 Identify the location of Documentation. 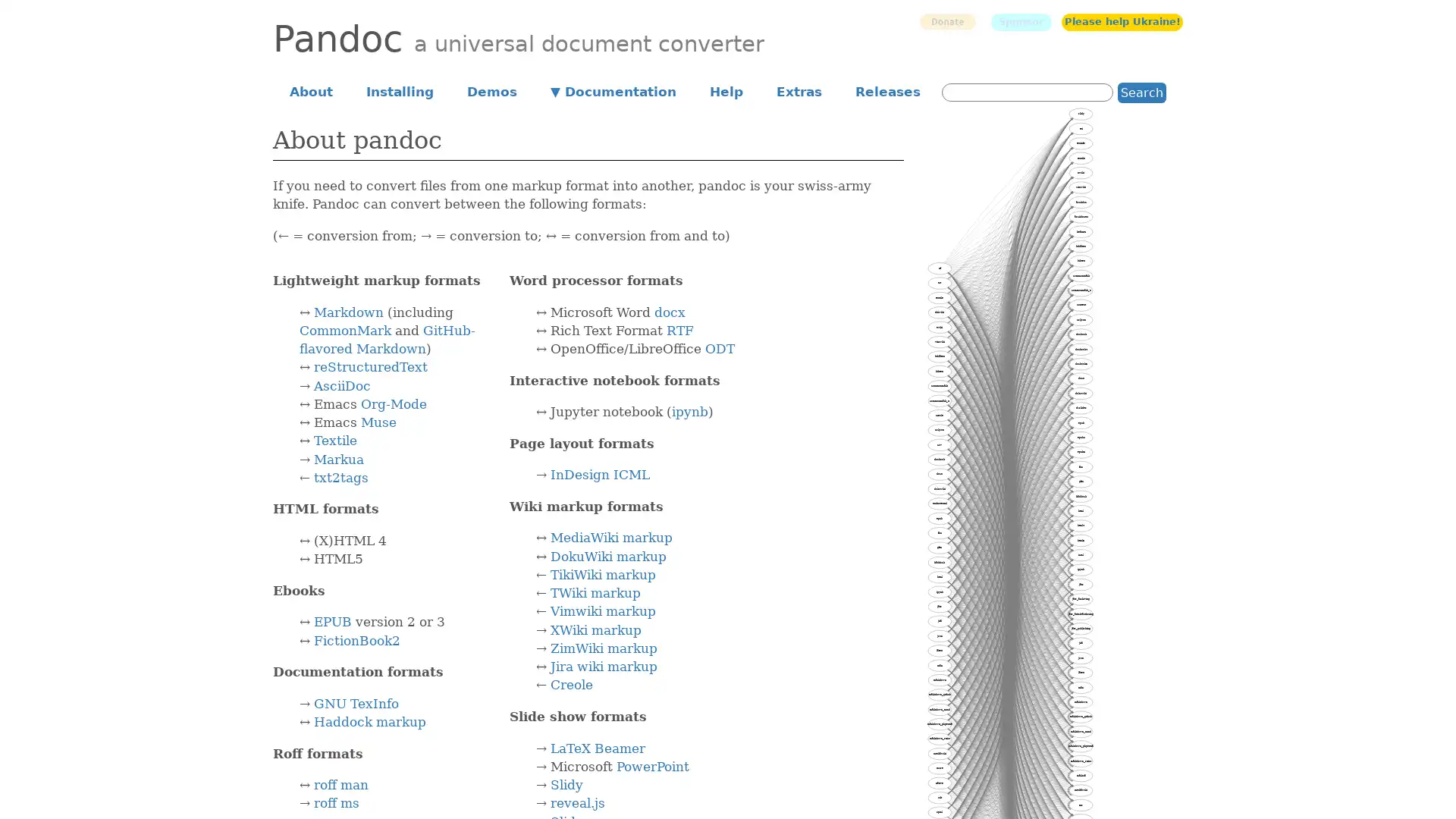
(613, 90).